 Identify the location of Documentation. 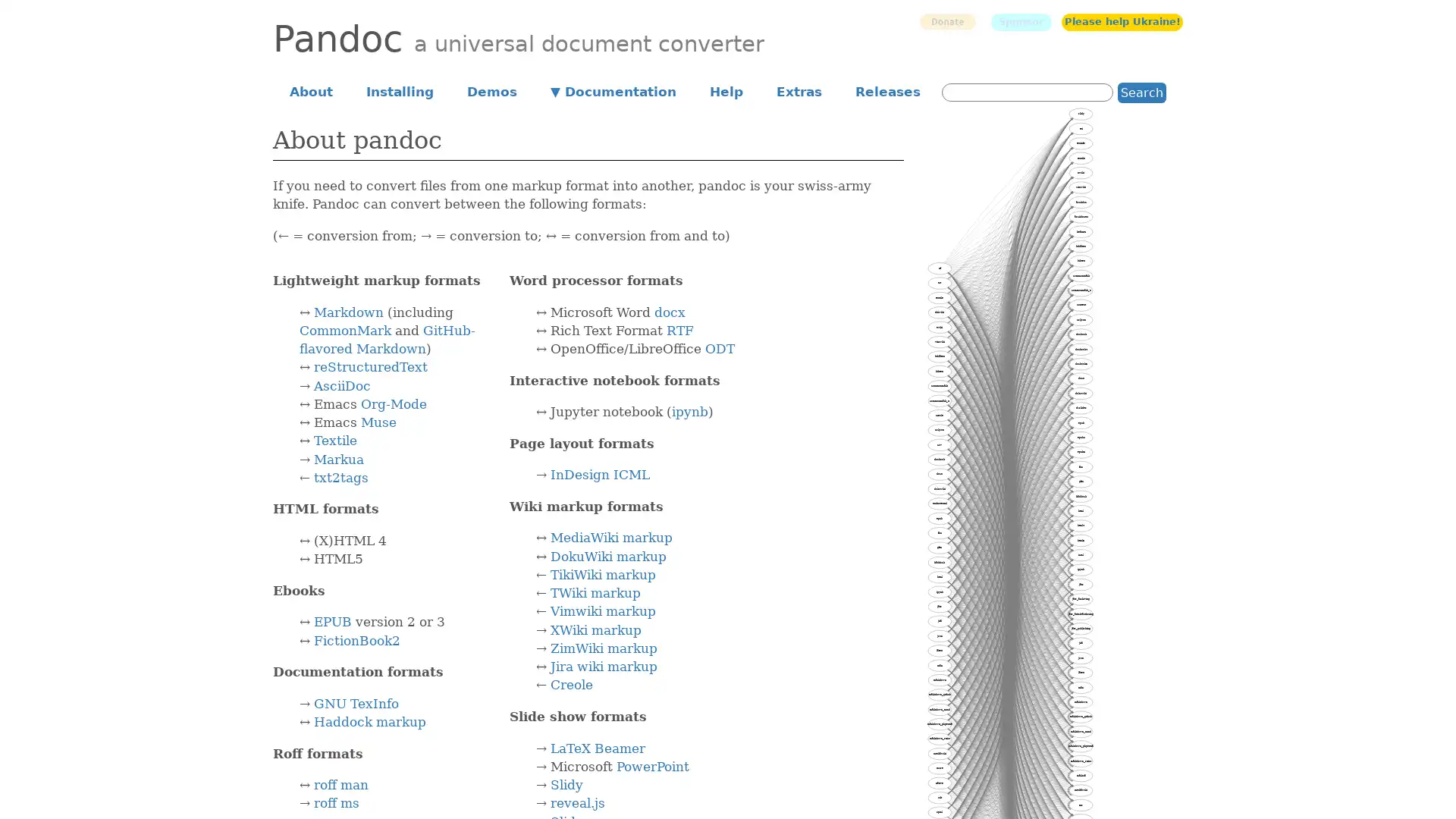
(613, 90).